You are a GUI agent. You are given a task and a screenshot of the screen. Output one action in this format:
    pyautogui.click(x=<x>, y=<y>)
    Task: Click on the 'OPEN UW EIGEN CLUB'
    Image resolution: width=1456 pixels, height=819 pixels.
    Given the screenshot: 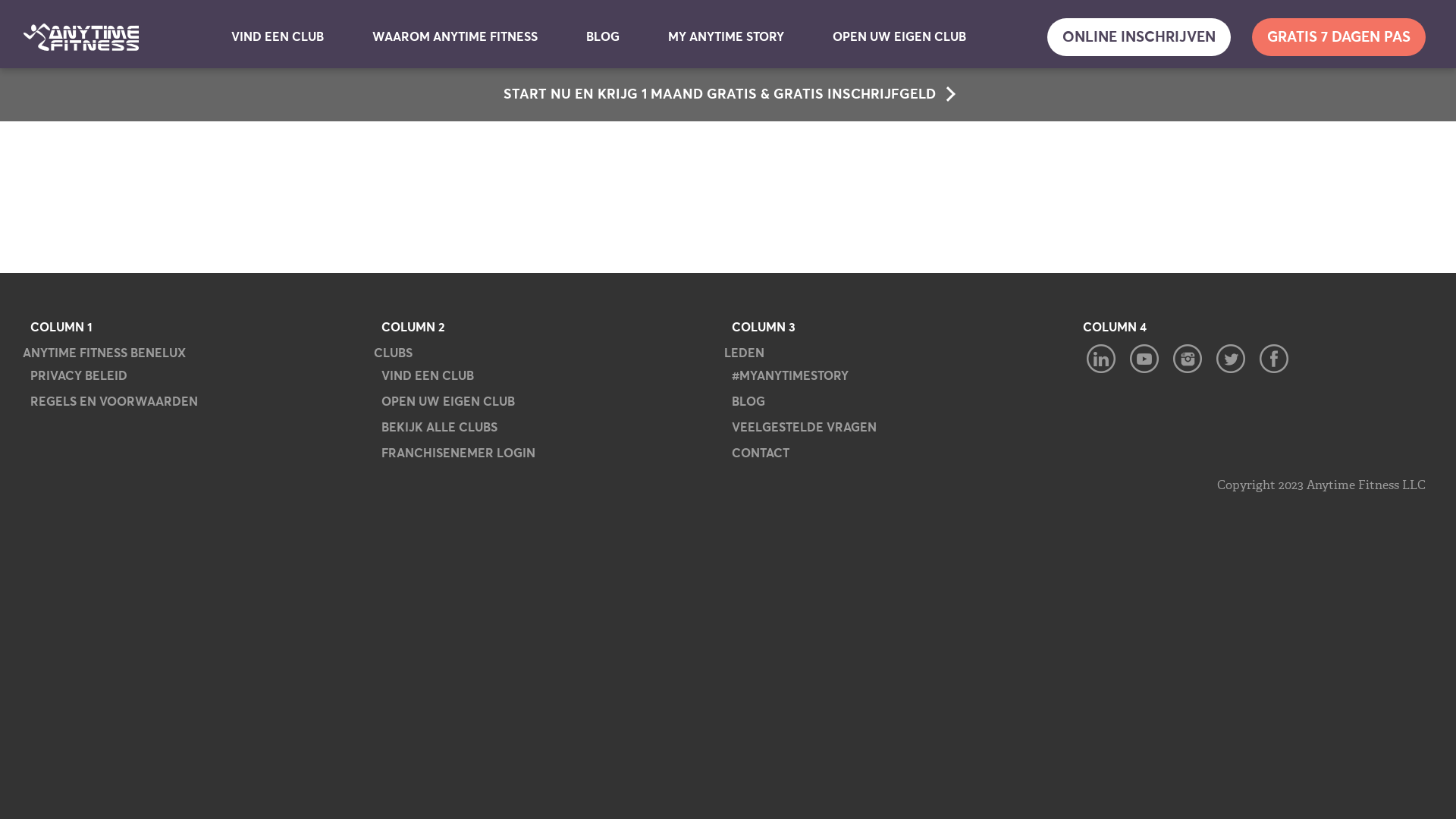 What is the action you would take?
    pyautogui.click(x=899, y=36)
    